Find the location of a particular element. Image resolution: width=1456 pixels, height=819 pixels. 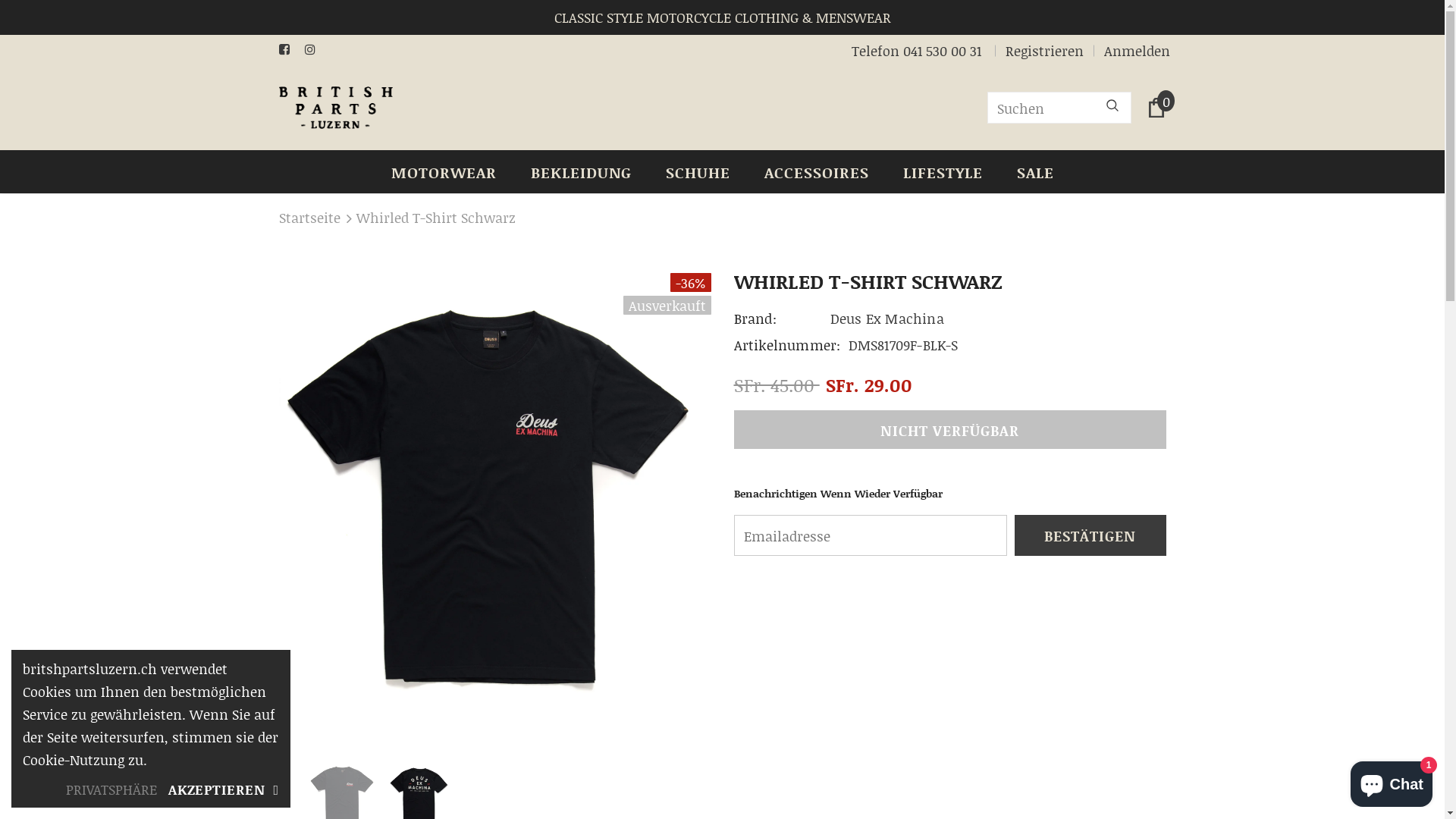

'Startseite' is located at coordinates (309, 217).